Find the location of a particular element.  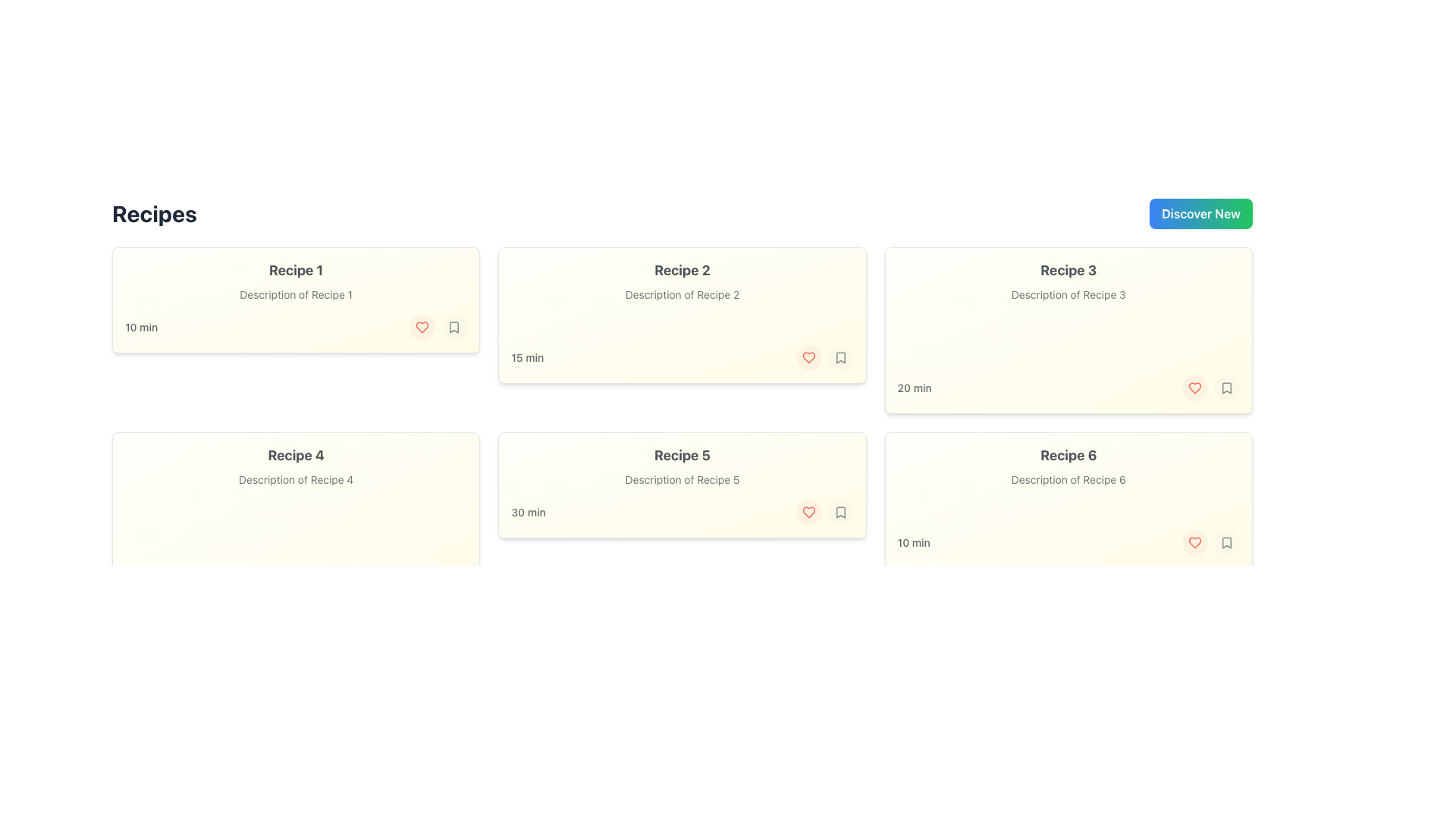

the descriptive text label for 'Recipe 1', located below the title and above the time indicator is located at coordinates (296, 295).